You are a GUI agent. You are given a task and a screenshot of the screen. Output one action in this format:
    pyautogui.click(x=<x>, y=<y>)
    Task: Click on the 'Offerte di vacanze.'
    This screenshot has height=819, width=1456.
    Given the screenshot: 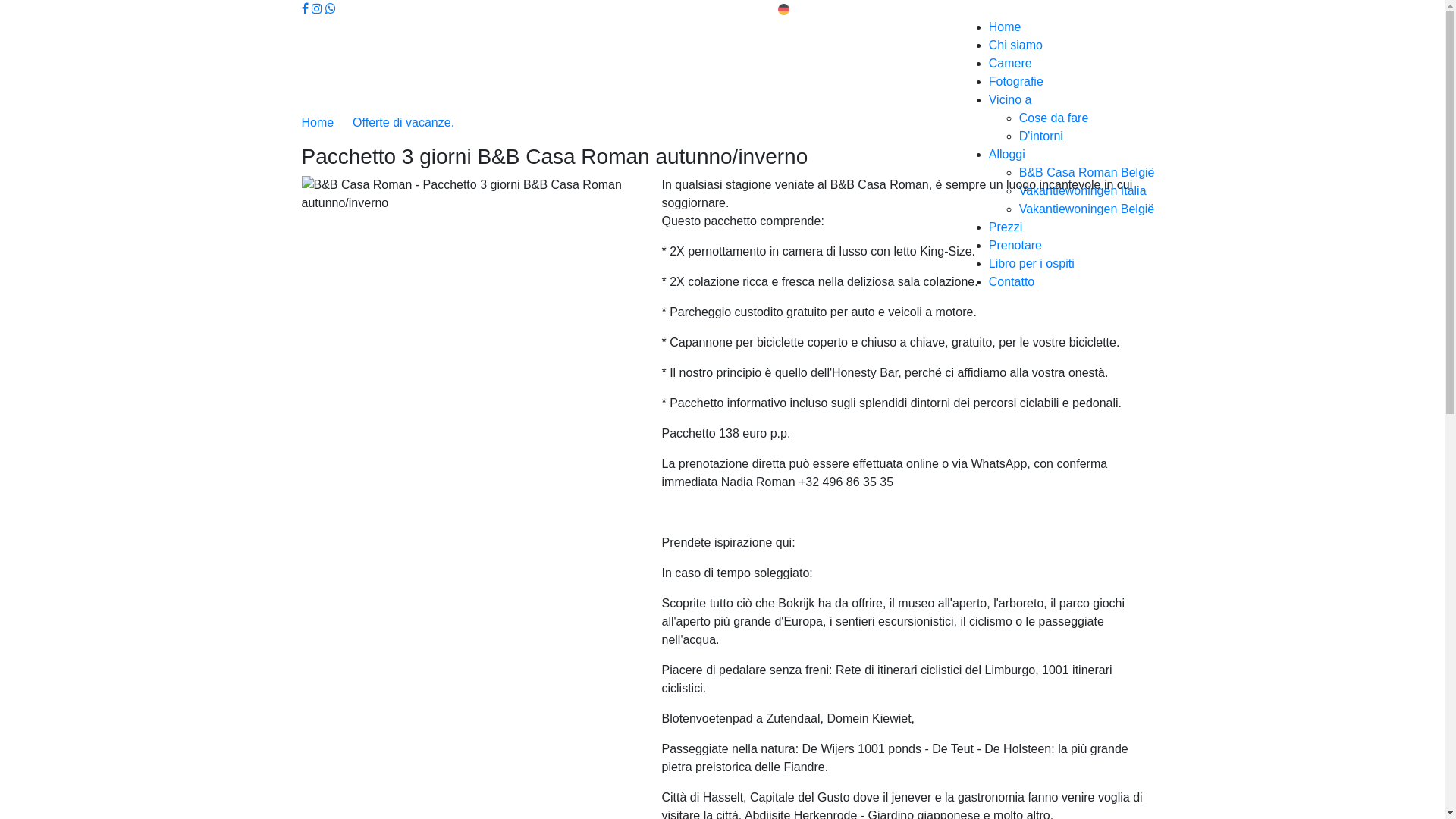 What is the action you would take?
    pyautogui.click(x=403, y=121)
    